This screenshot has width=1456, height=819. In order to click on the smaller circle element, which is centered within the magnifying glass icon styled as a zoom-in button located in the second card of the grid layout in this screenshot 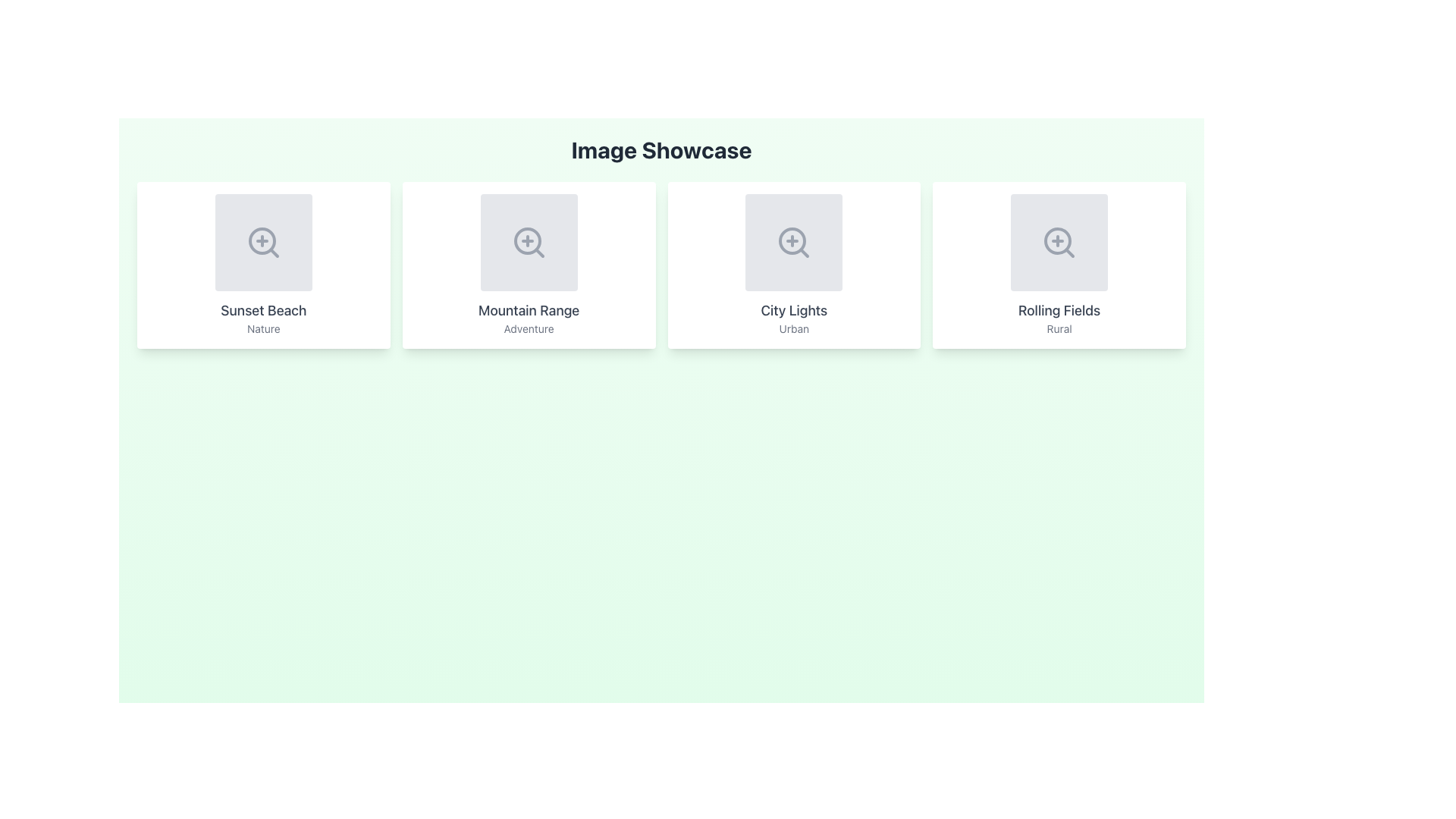, I will do `click(527, 240)`.